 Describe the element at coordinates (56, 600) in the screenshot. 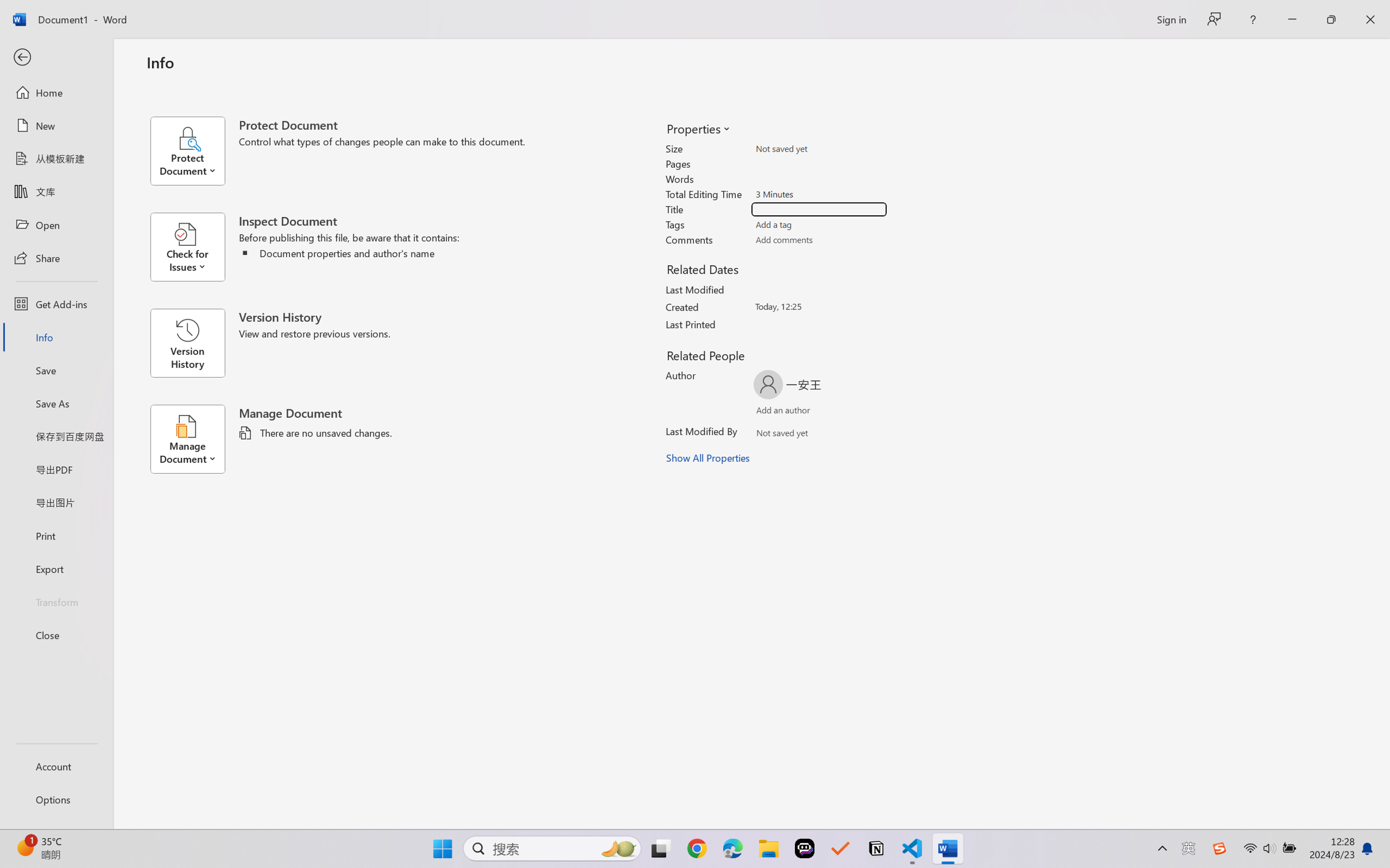

I see `'Transform'` at that location.